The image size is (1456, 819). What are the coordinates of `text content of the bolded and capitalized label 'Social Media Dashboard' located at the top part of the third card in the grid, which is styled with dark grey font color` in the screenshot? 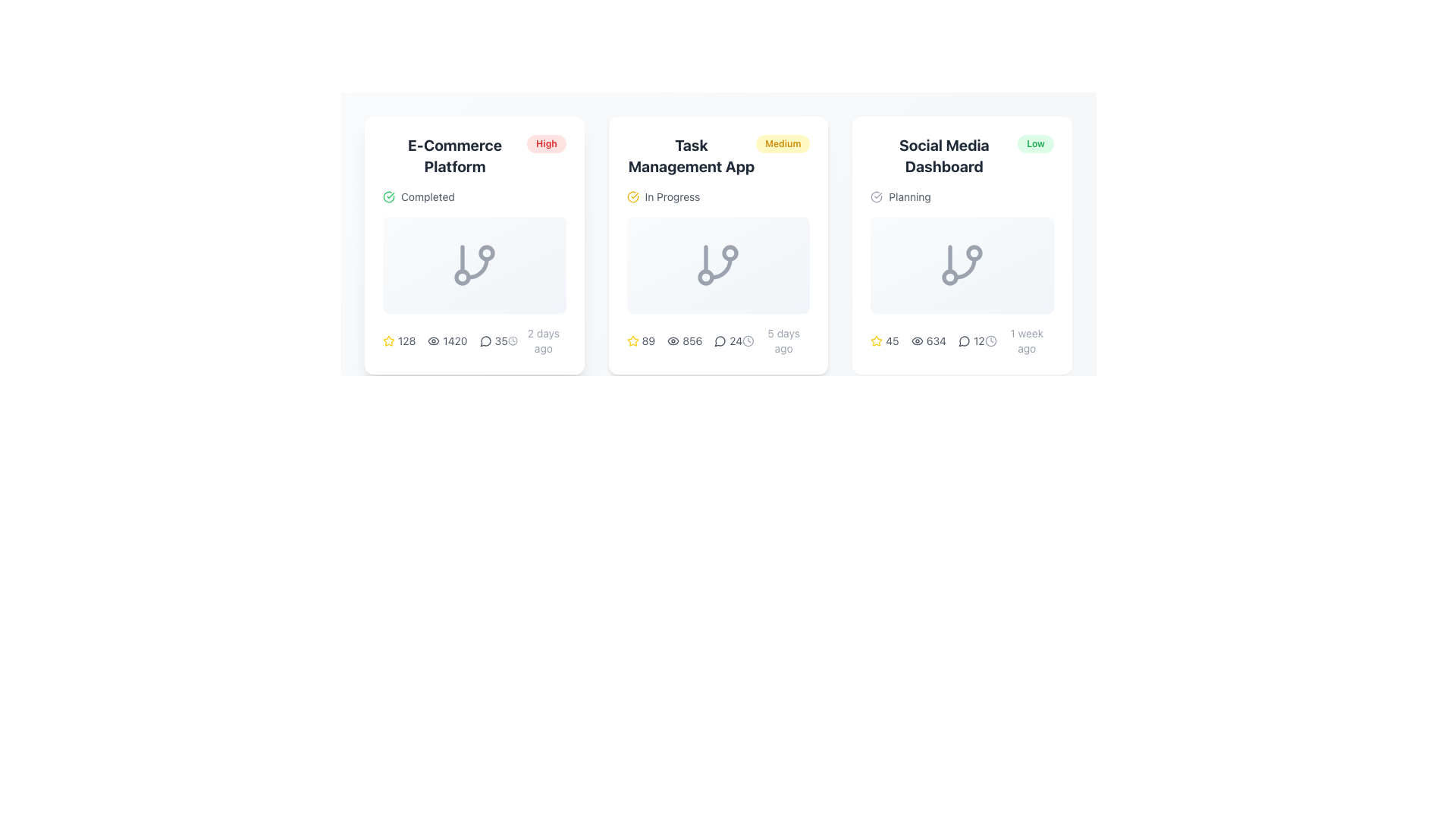 It's located at (943, 155).